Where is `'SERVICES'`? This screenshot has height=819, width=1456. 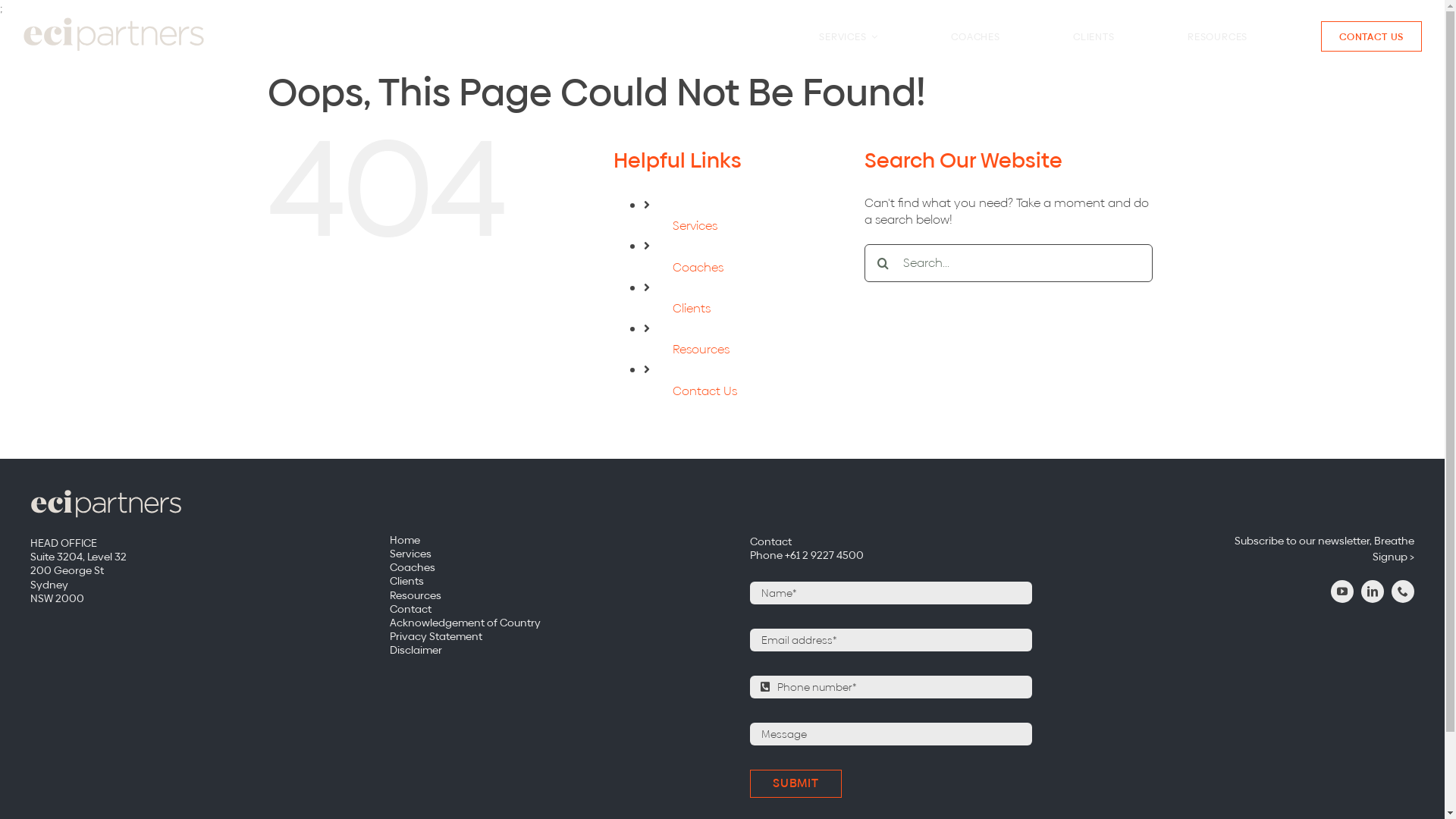 'SERVICES' is located at coordinates (847, 35).